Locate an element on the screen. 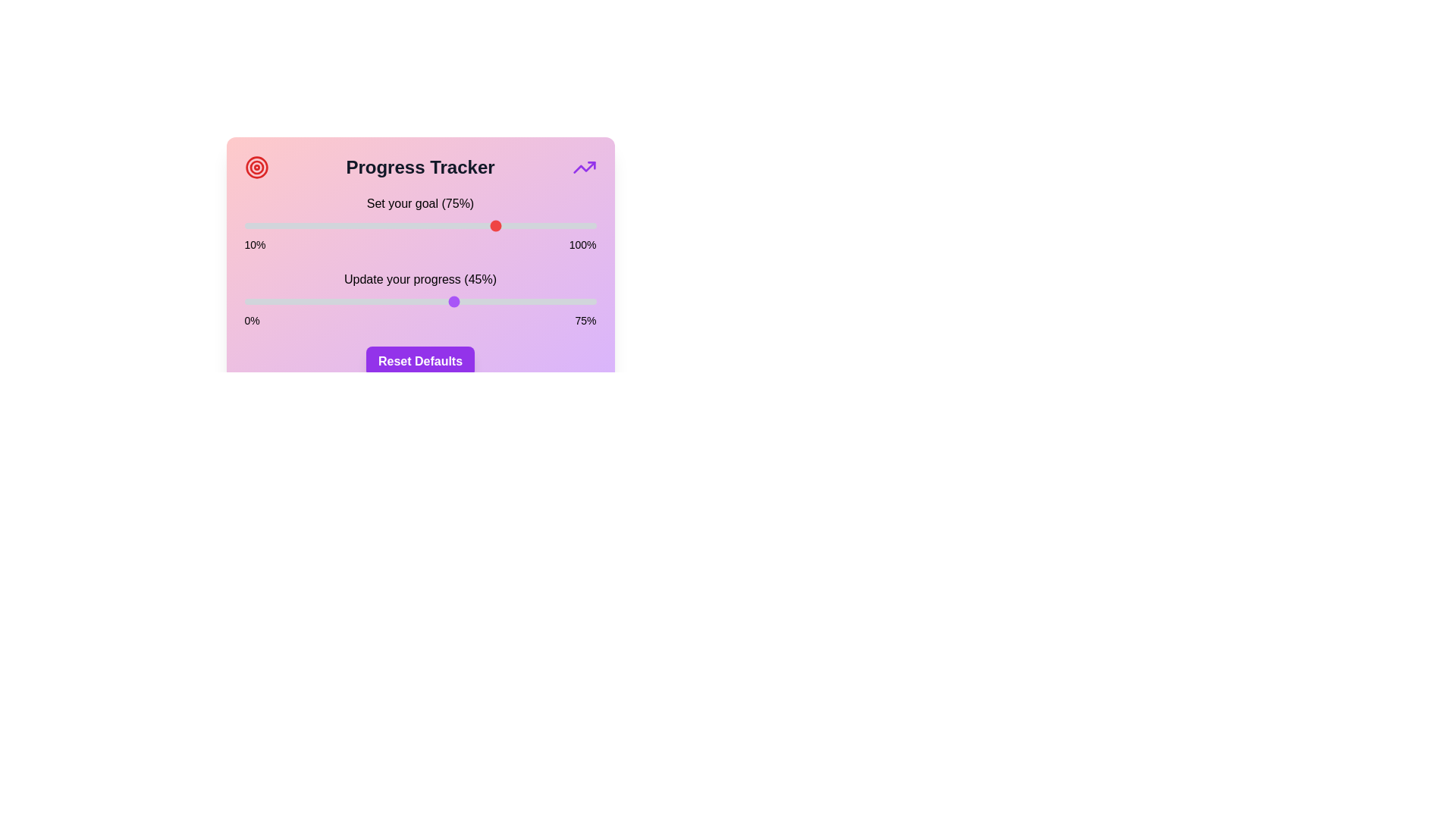 Image resolution: width=1456 pixels, height=819 pixels. the 'Set your goal' slider to 32% is located at coordinates (329, 225).